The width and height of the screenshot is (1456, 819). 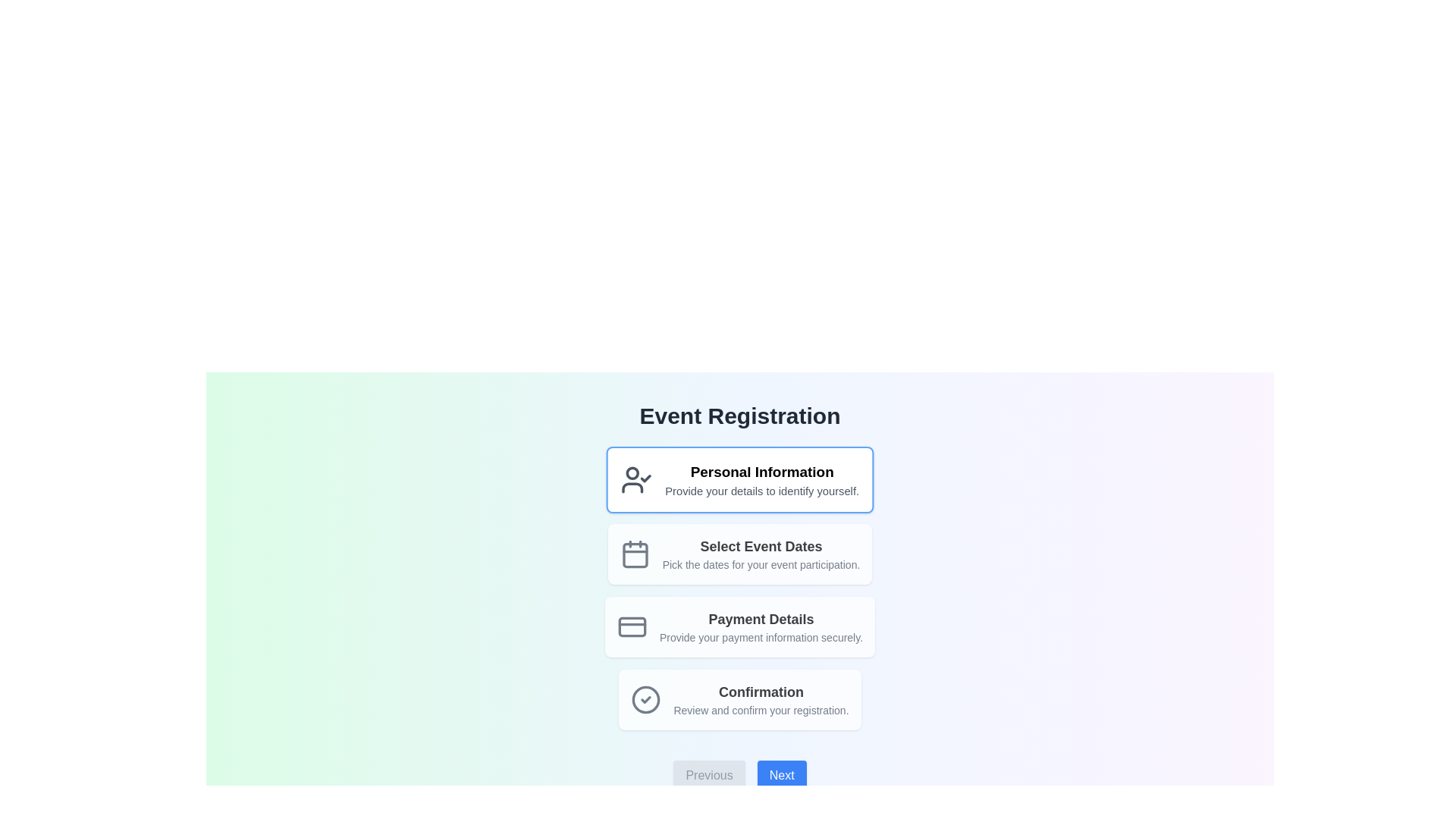 I want to click on the Text block with title and subtitle, which serves as a section header and description for confirming registration, located in the fourth position below the 'Payment Details' card, so click(x=761, y=699).